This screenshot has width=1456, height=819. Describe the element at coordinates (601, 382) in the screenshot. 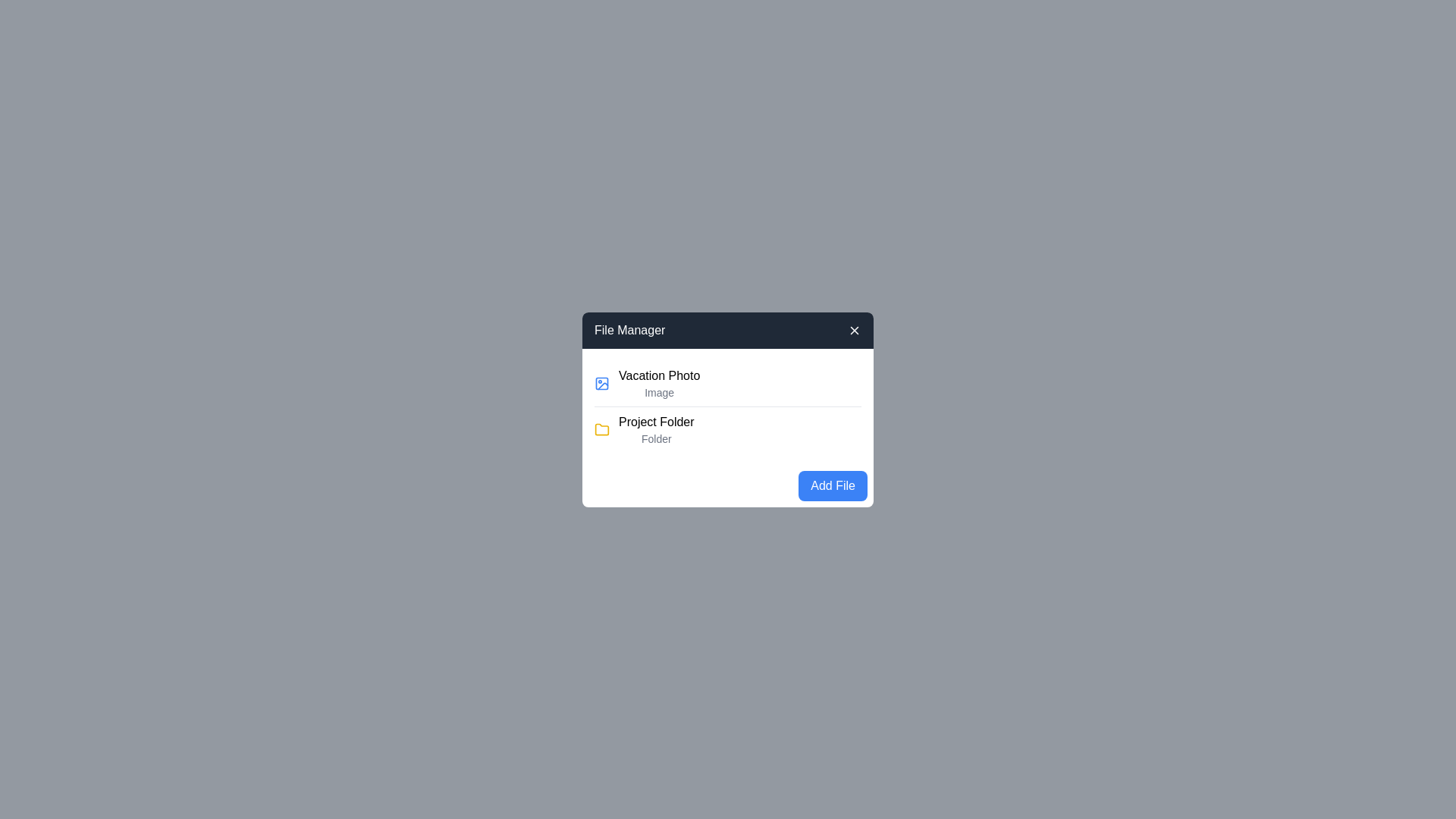

I see `the icon associated with Vacation Photo to interact with it` at that location.